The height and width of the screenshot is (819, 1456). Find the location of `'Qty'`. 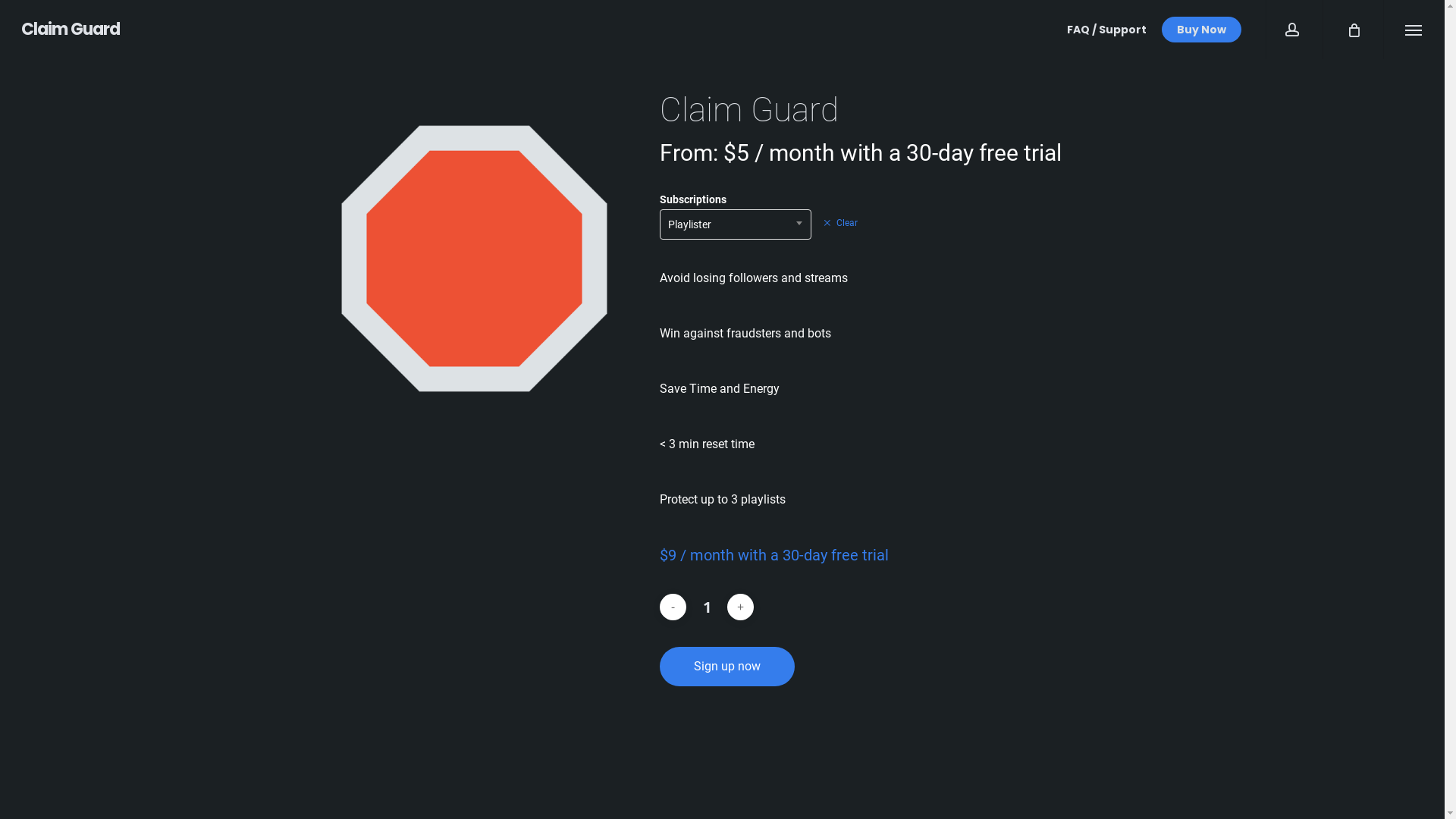

'Qty' is located at coordinates (705, 605).